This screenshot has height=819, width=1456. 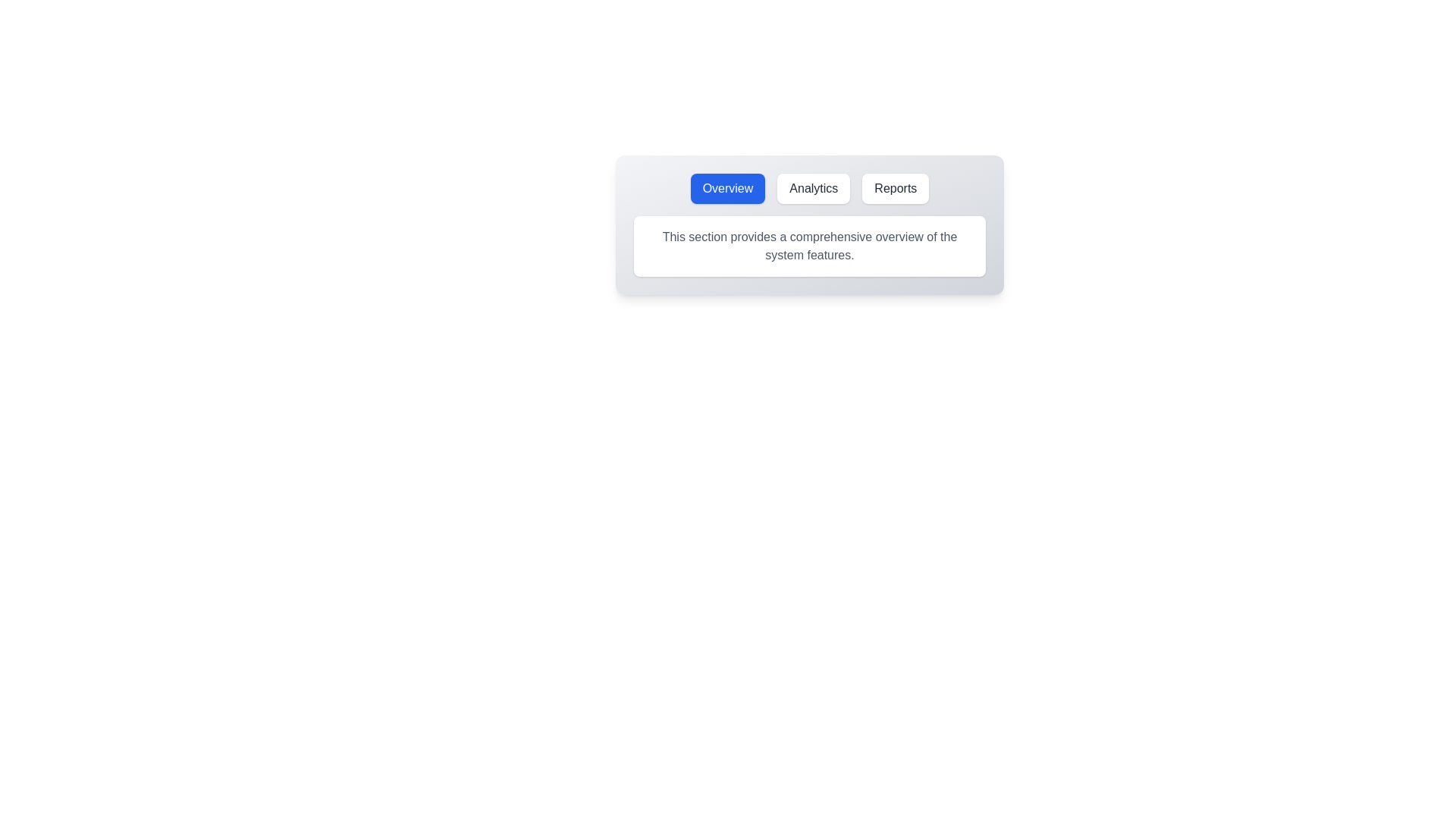 I want to click on the Overview tab by clicking its button, so click(x=728, y=188).